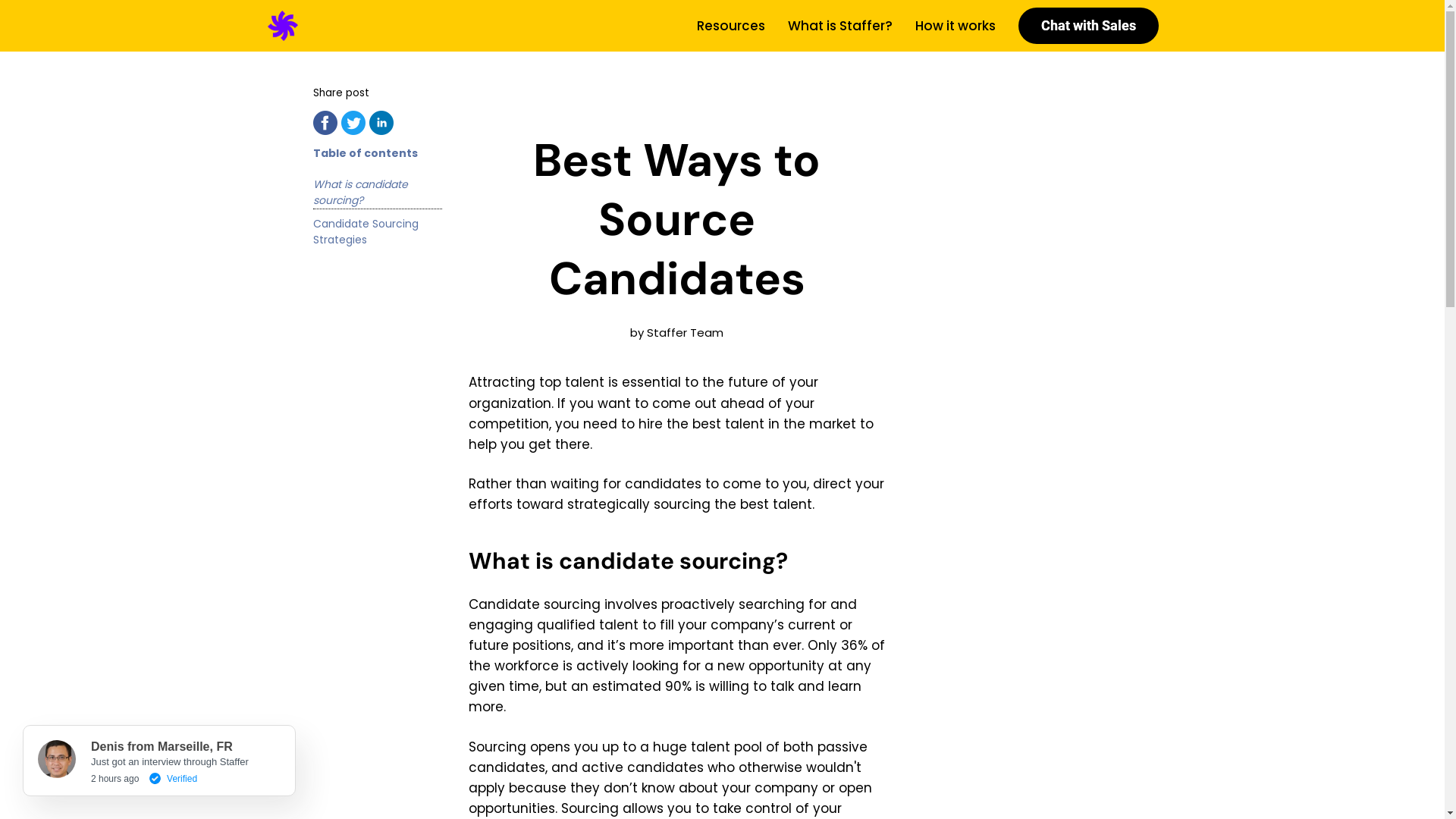 This screenshot has height=819, width=1456. Describe the element at coordinates (377, 192) in the screenshot. I see `'What is candidate sourcing?'` at that location.